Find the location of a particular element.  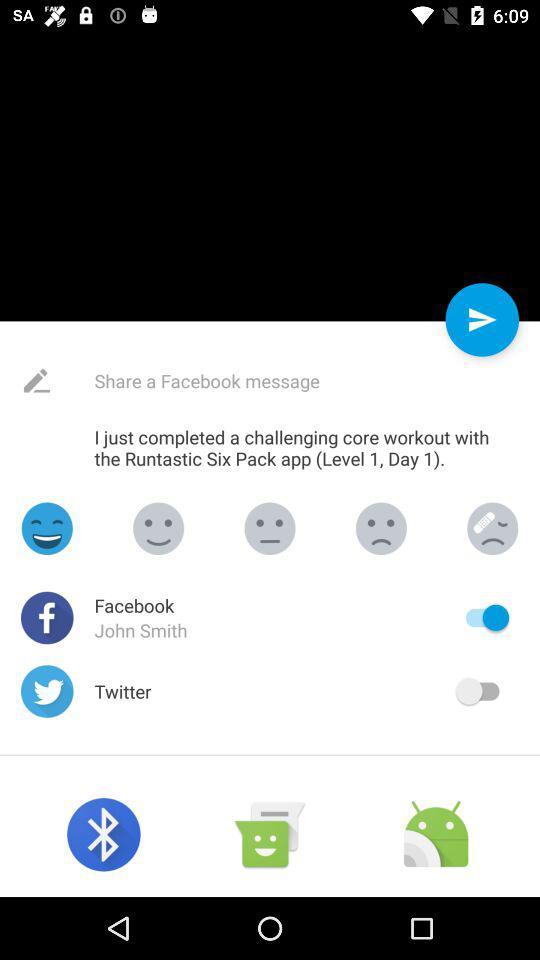

share the article is located at coordinates (254, 380).